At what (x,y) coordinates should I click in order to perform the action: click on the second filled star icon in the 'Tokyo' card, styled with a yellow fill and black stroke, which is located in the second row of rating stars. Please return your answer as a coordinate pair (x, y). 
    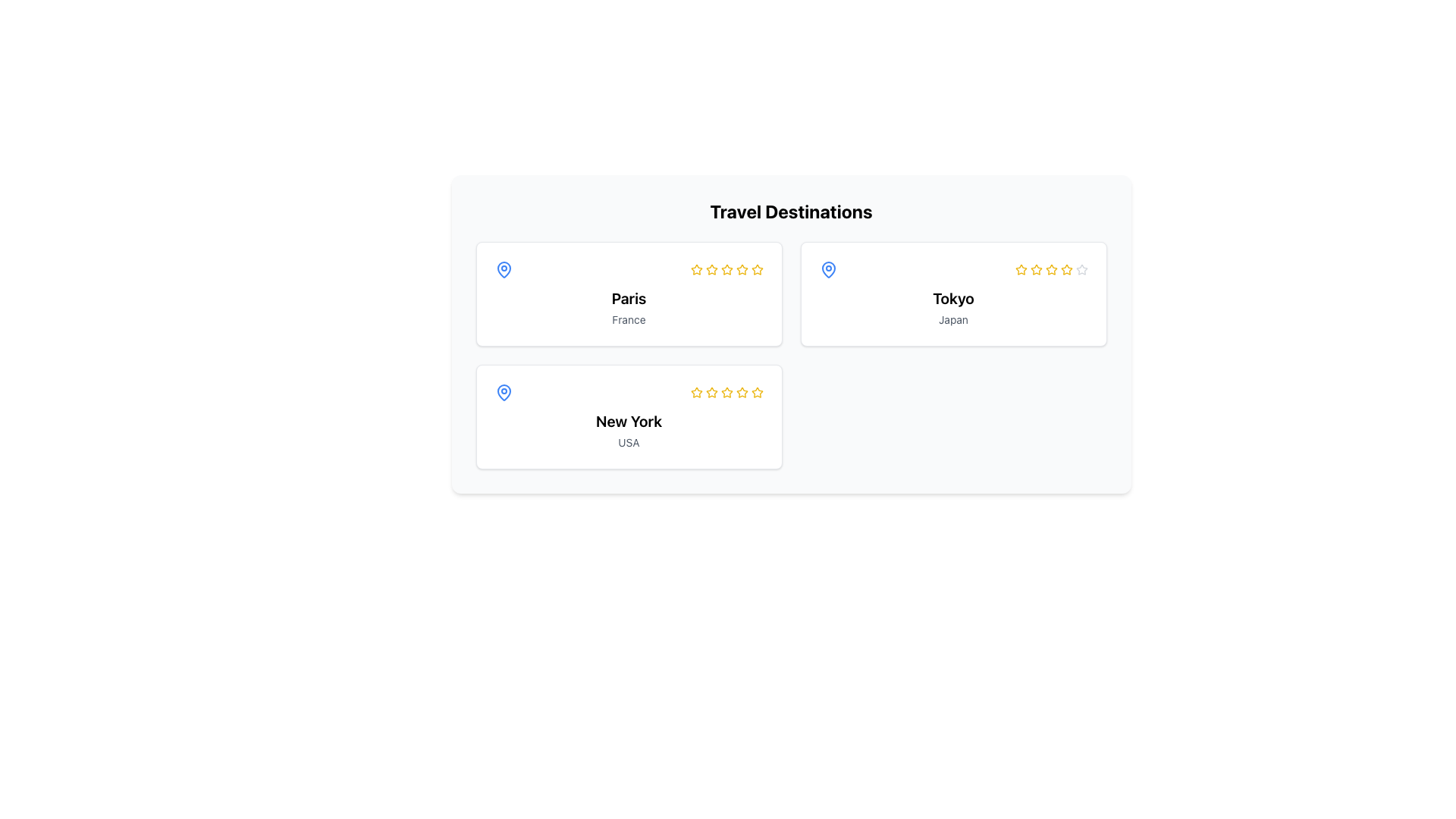
    Looking at the image, I should click on (1035, 268).